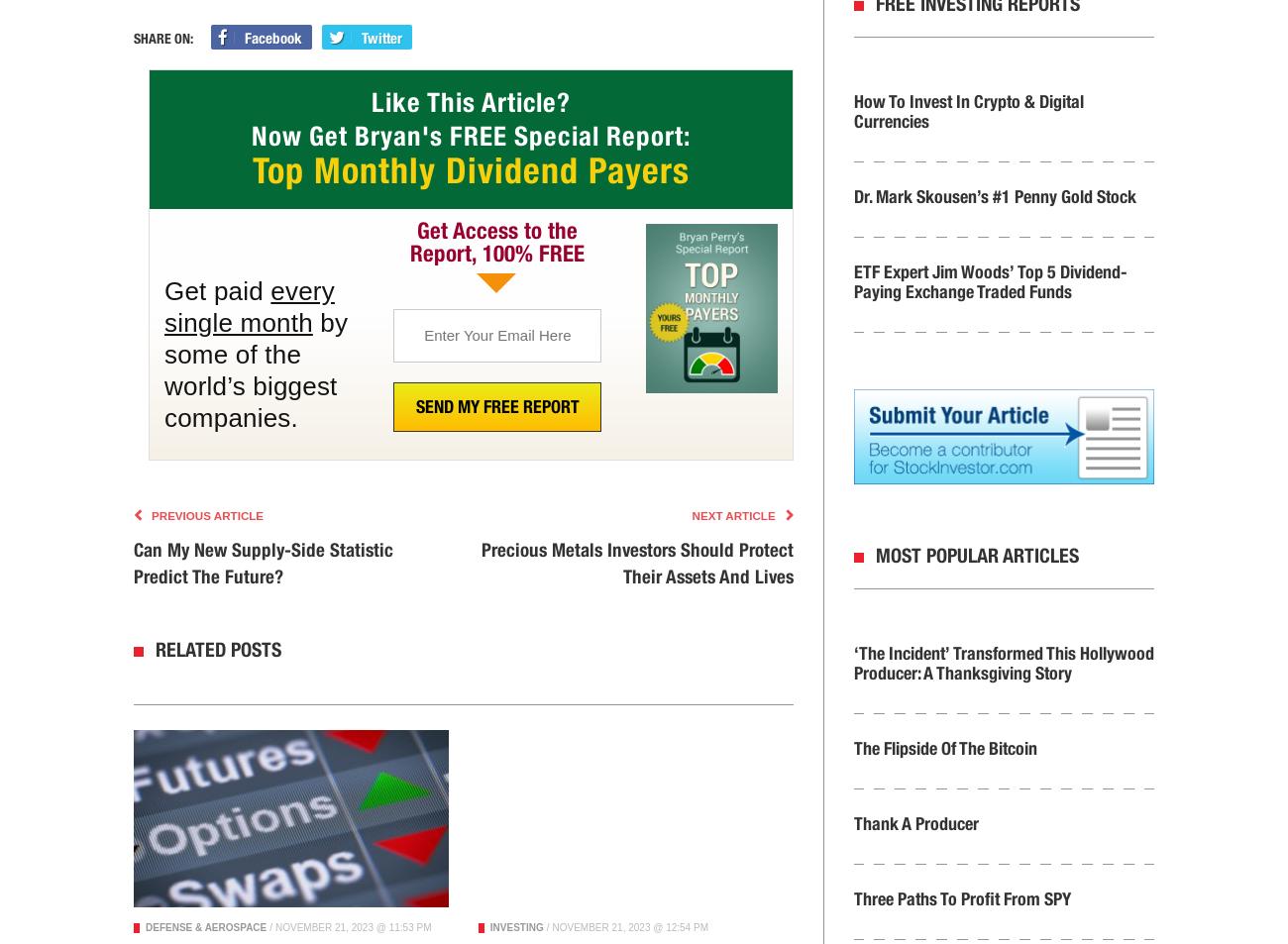 This screenshot has width=1288, height=944. What do you see at coordinates (216, 290) in the screenshot?
I see `'Get paid'` at bounding box center [216, 290].